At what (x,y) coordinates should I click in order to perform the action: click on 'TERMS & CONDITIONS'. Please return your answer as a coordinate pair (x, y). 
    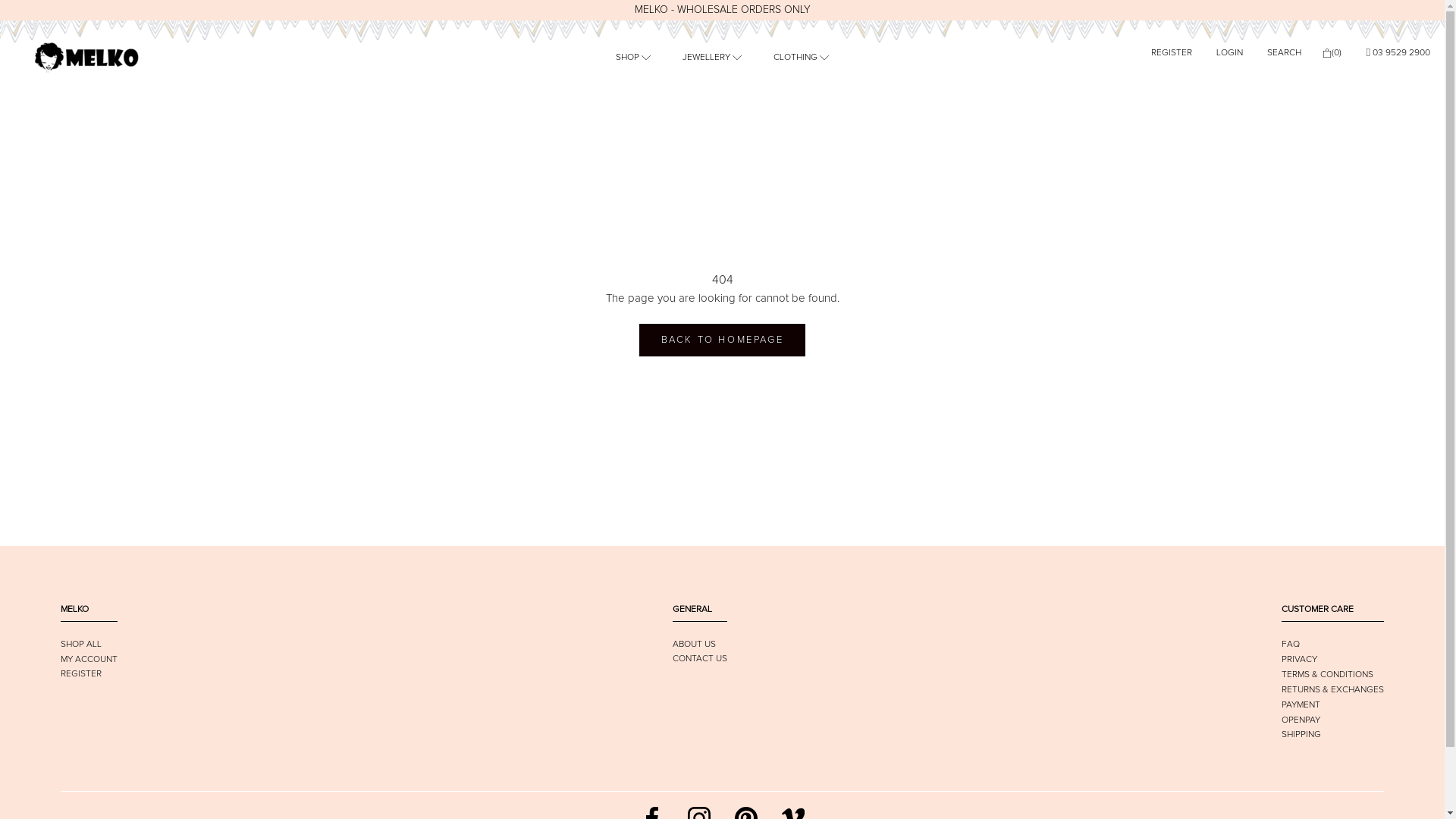
    Looking at the image, I should click on (1280, 674).